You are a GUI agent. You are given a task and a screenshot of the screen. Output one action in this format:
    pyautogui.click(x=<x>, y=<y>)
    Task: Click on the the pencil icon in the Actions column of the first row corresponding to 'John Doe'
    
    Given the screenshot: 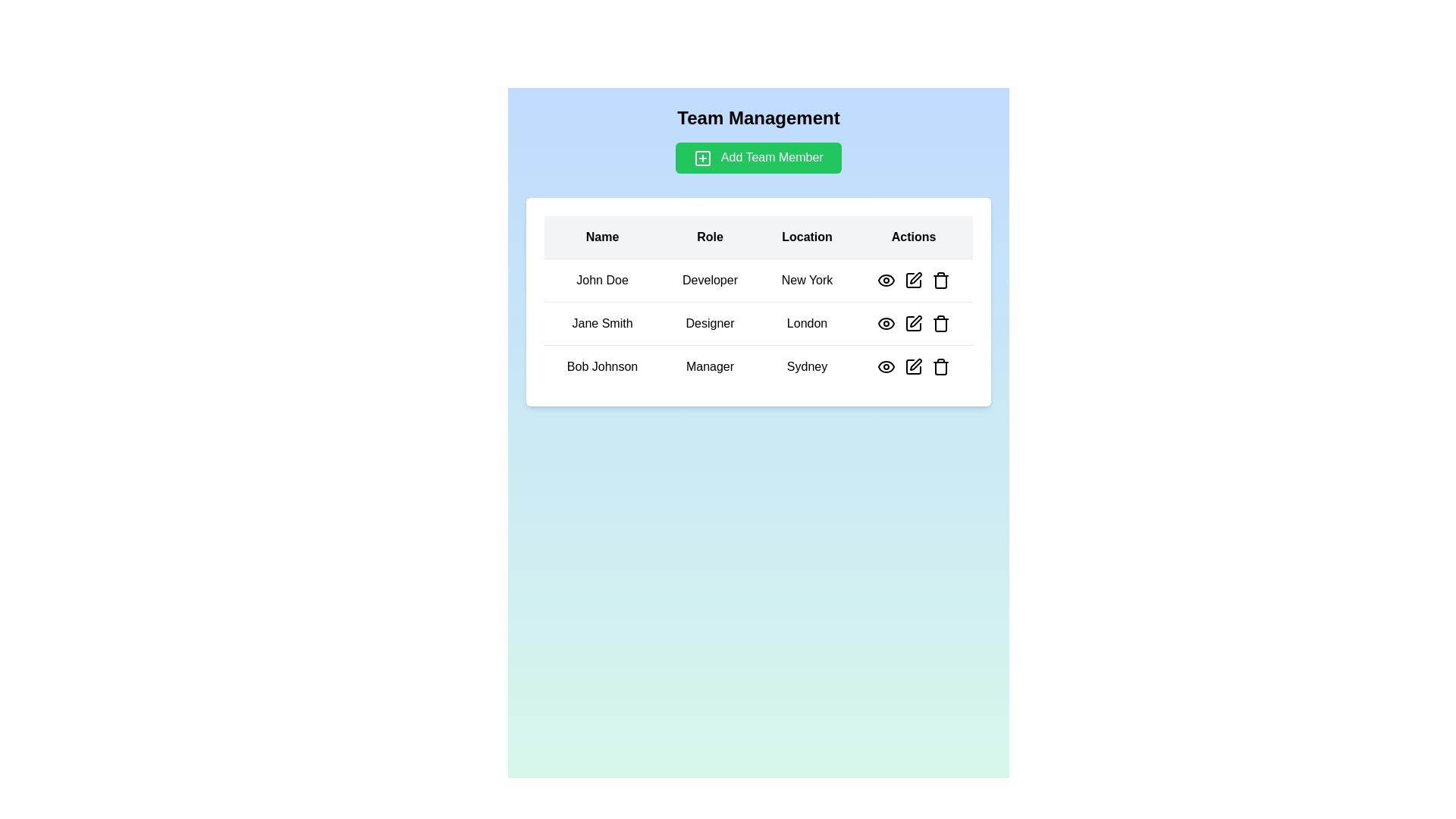 What is the action you would take?
    pyautogui.click(x=912, y=280)
    